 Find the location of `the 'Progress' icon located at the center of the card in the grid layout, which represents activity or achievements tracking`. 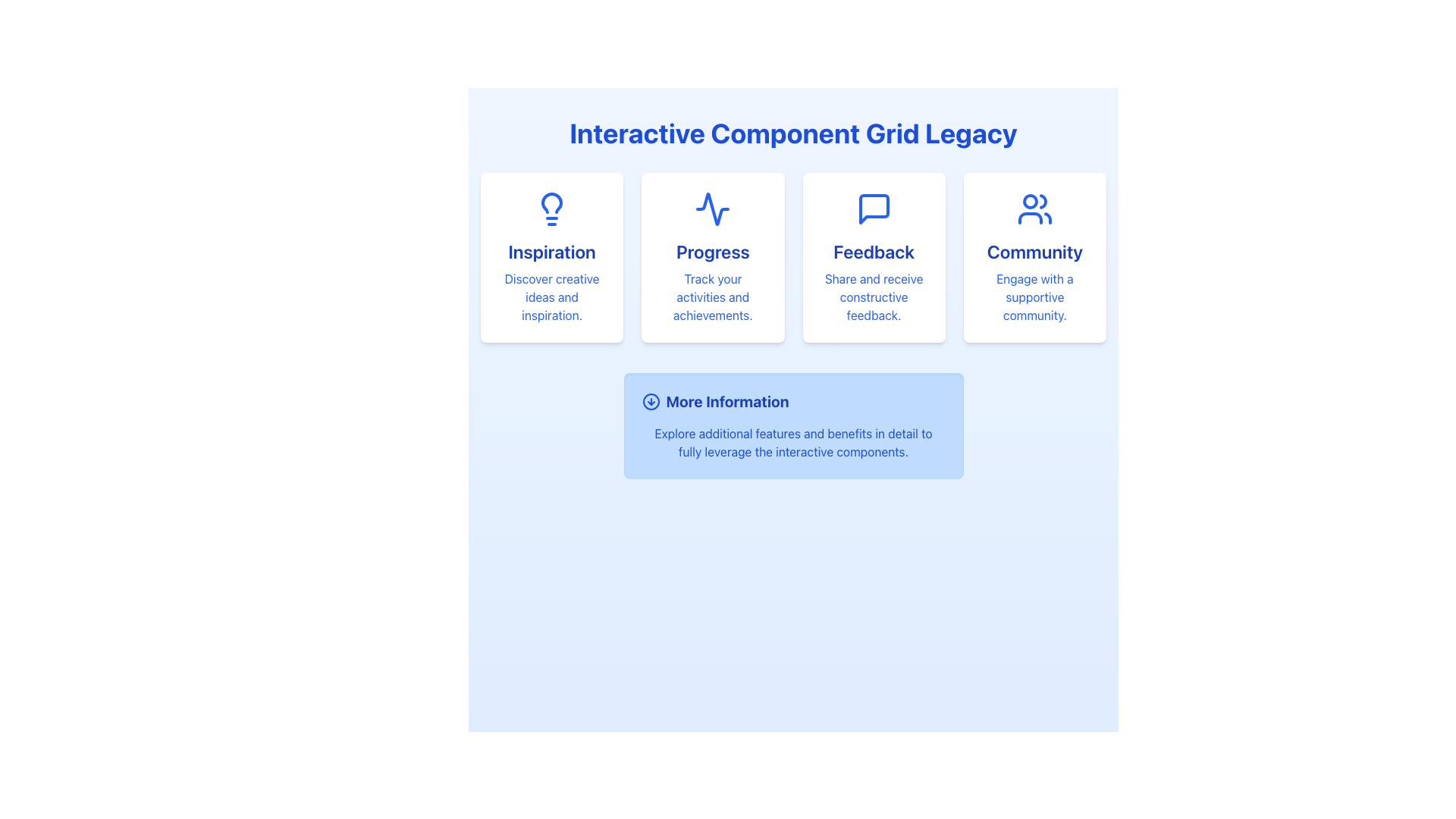

the 'Progress' icon located at the center of the card in the grid layout, which represents activity or achievements tracking is located at coordinates (712, 209).